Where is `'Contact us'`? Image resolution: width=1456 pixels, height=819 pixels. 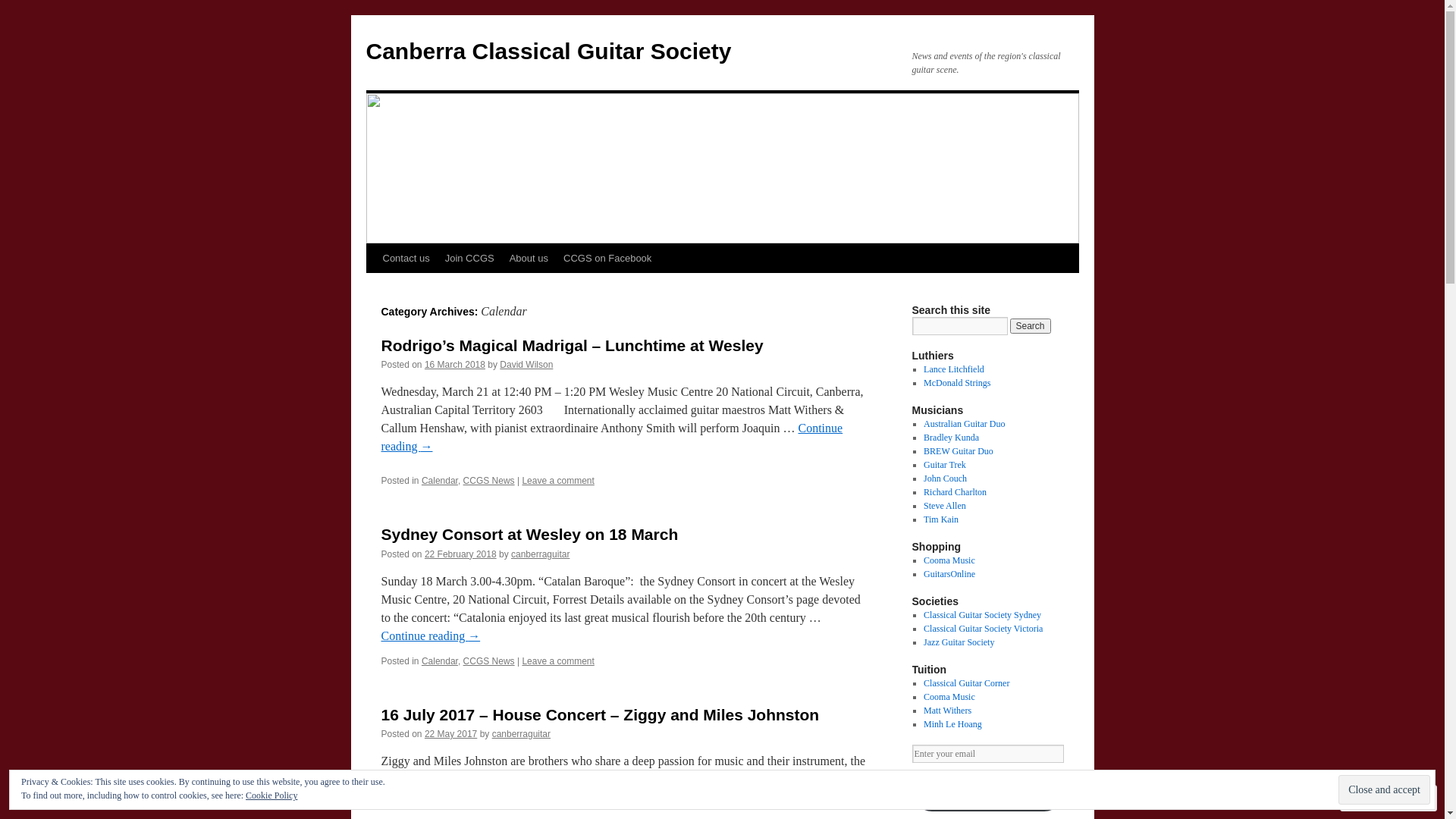
'Contact us' is located at coordinates (405, 257).